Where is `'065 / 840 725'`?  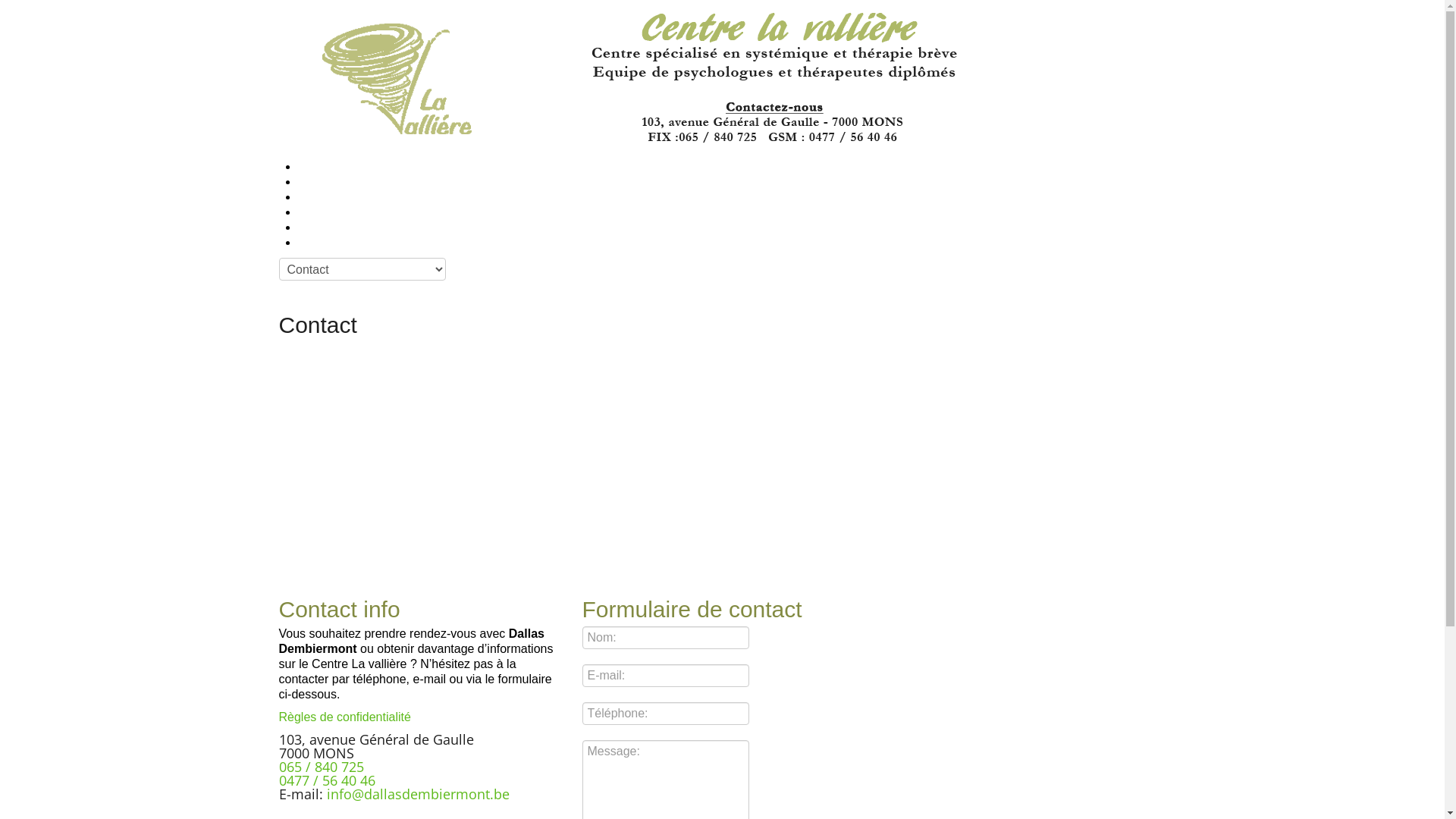 '065 / 840 725' is located at coordinates (279, 766).